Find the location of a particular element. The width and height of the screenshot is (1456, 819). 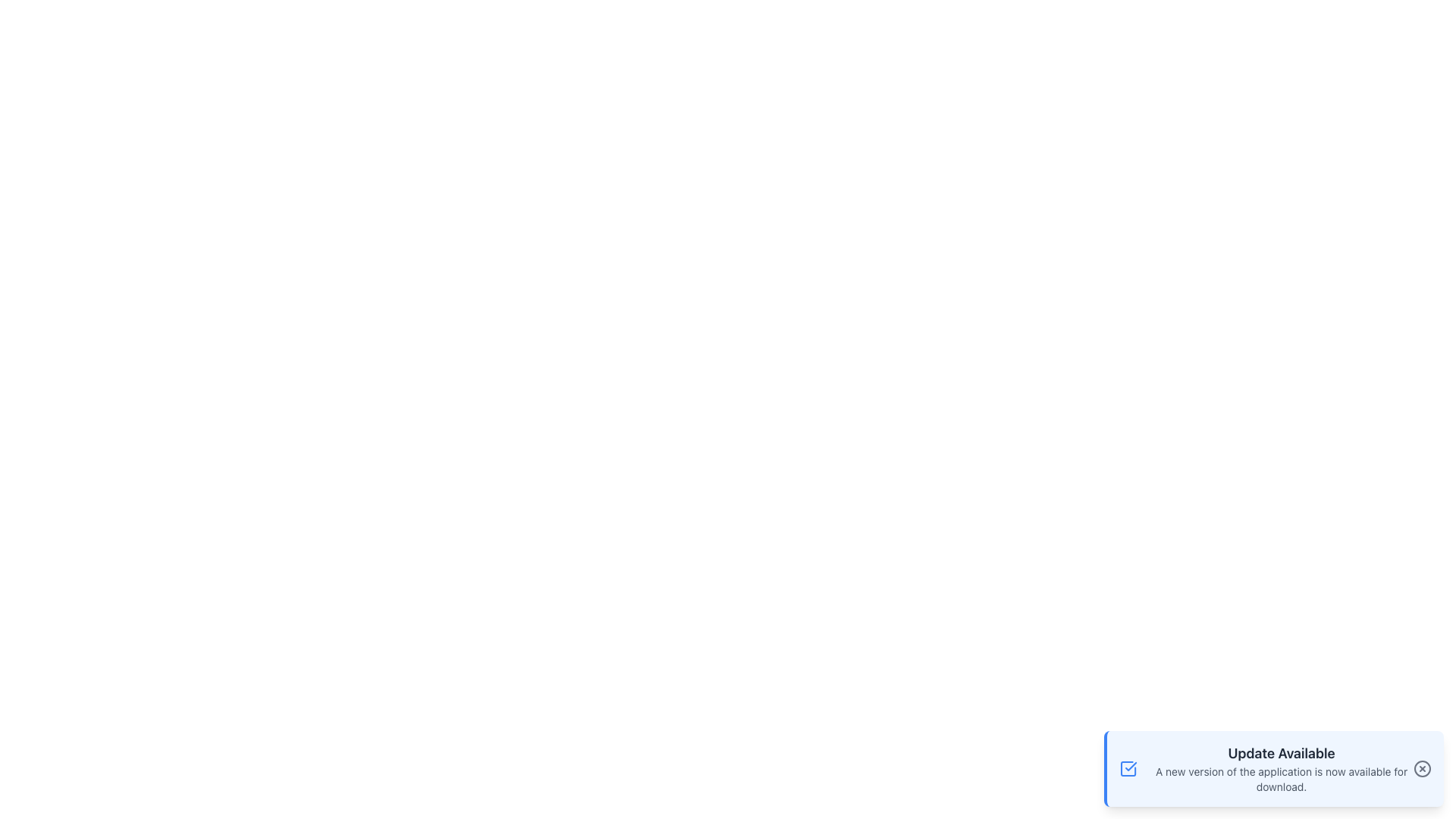

the circular 'close' button with an 'X' symbol inside a circle, located at the far right end of the notification panel labeled 'Update Available' is located at coordinates (1422, 769).